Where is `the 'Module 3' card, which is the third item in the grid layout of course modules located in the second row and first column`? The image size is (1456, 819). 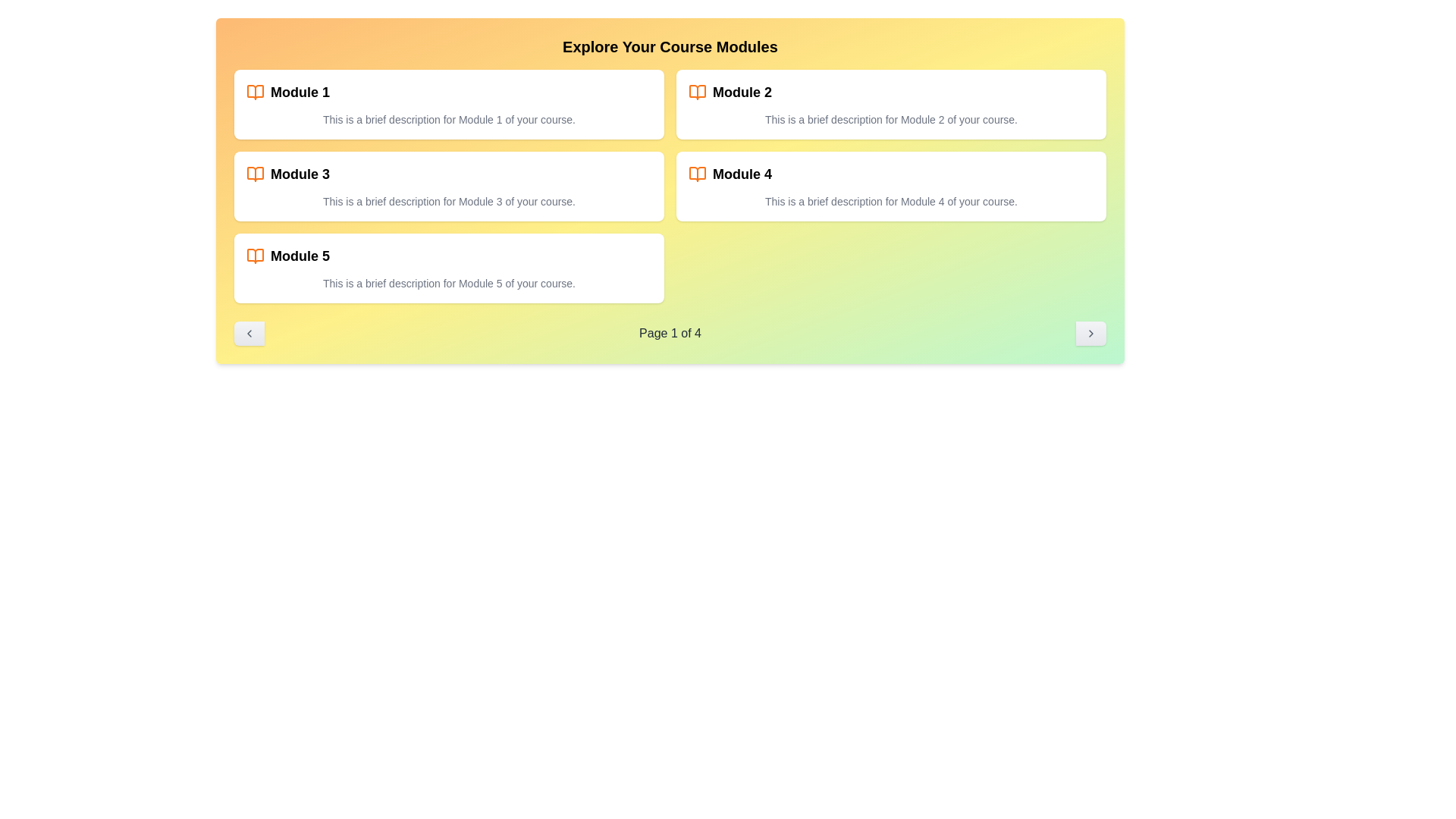
the 'Module 3' card, which is the third item in the grid layout of course modules located in the second row and first column is located at coordinates (448, 186).